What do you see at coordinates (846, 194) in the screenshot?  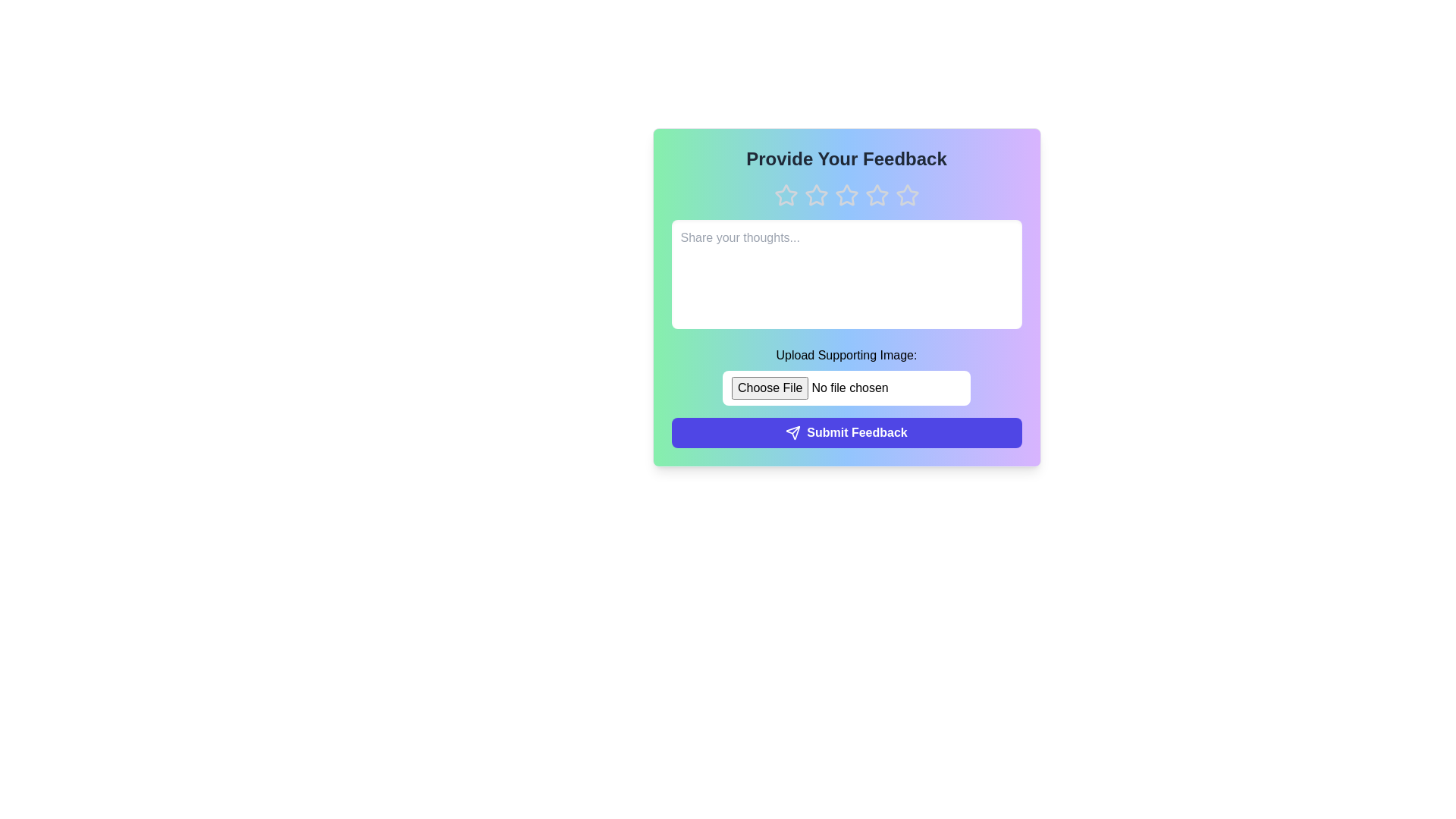 I see `the third star icon in the five-star rating system` at bounding box center [846, 194].